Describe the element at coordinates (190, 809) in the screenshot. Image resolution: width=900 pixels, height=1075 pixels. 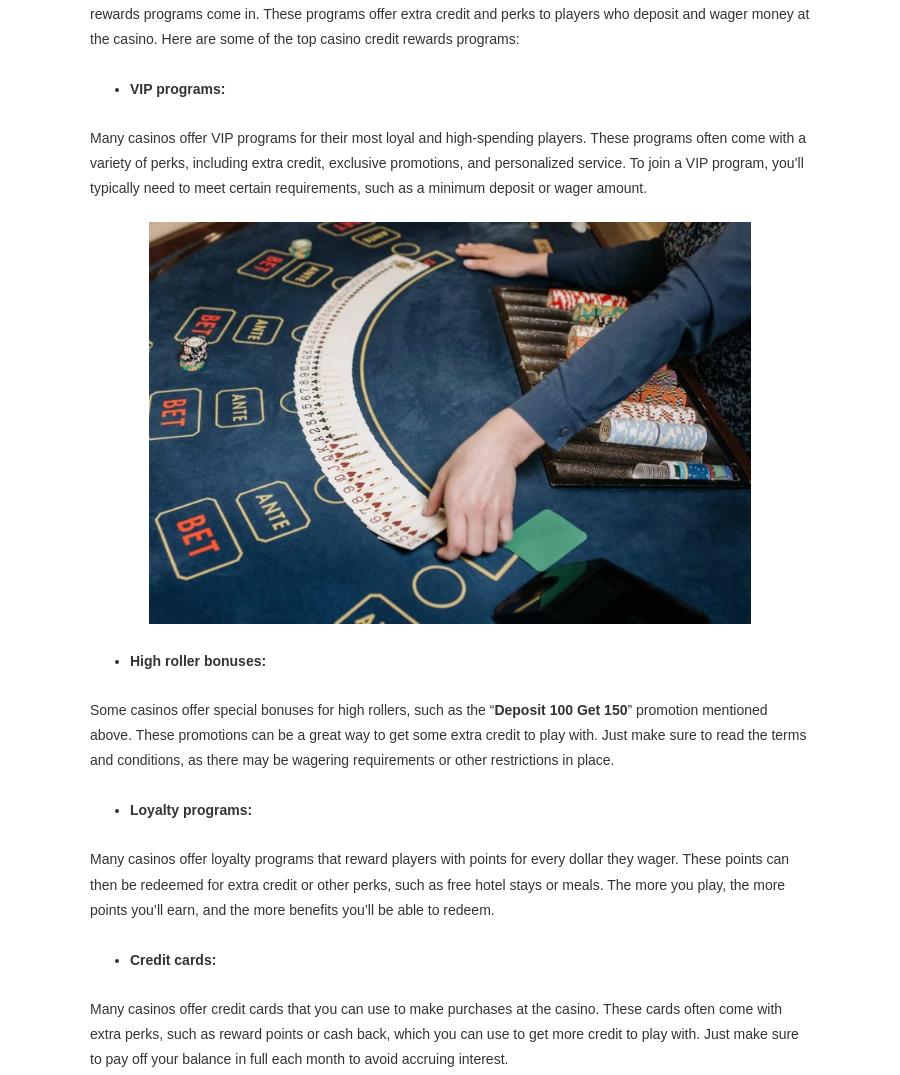
I see `'Loyalty programs:'` at that location.